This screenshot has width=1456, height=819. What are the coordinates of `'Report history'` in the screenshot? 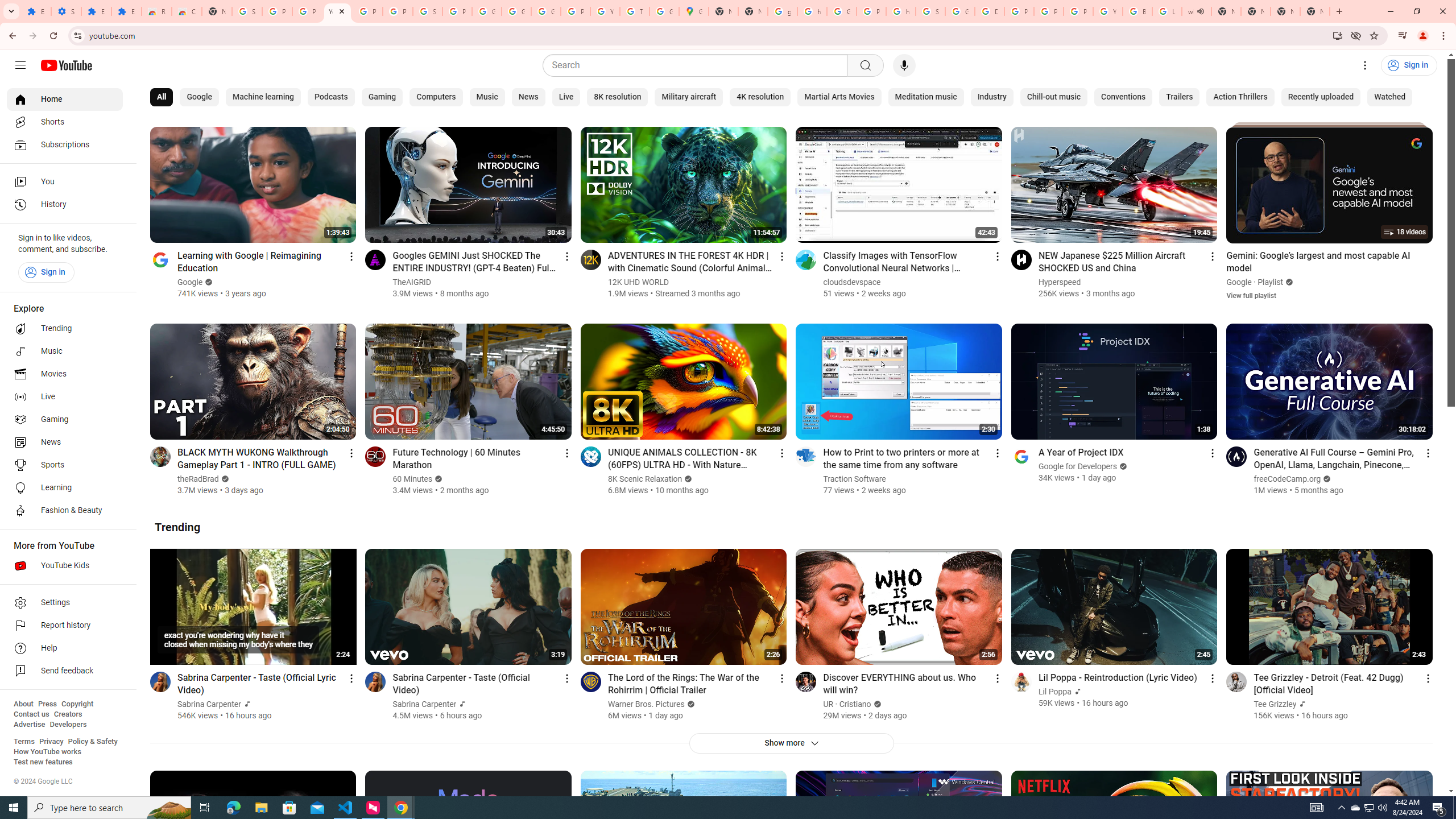 It's located at (64, 625).